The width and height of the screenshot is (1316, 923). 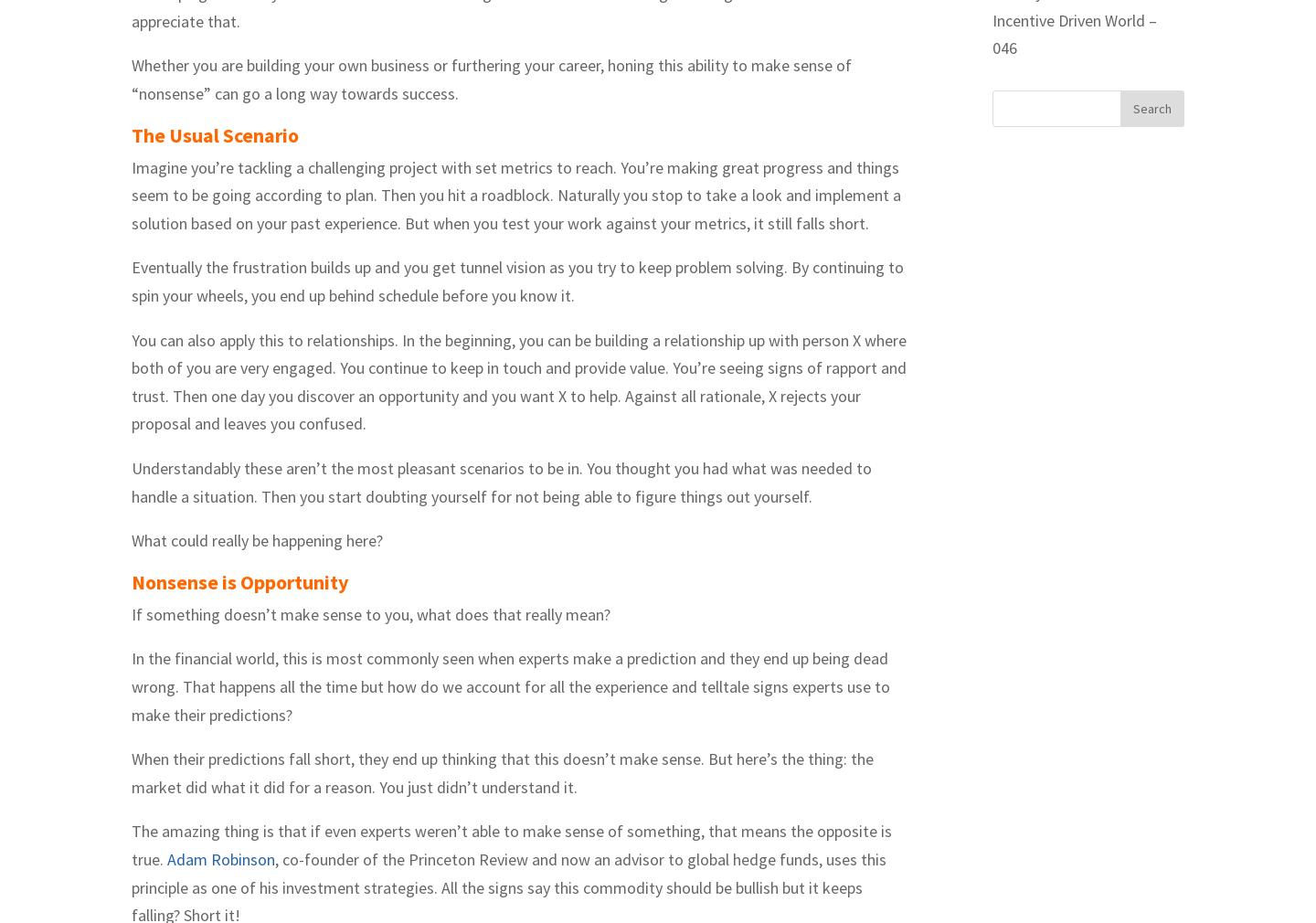 I want to click on 'What could really be happening here?', so click(x=256, y=539).